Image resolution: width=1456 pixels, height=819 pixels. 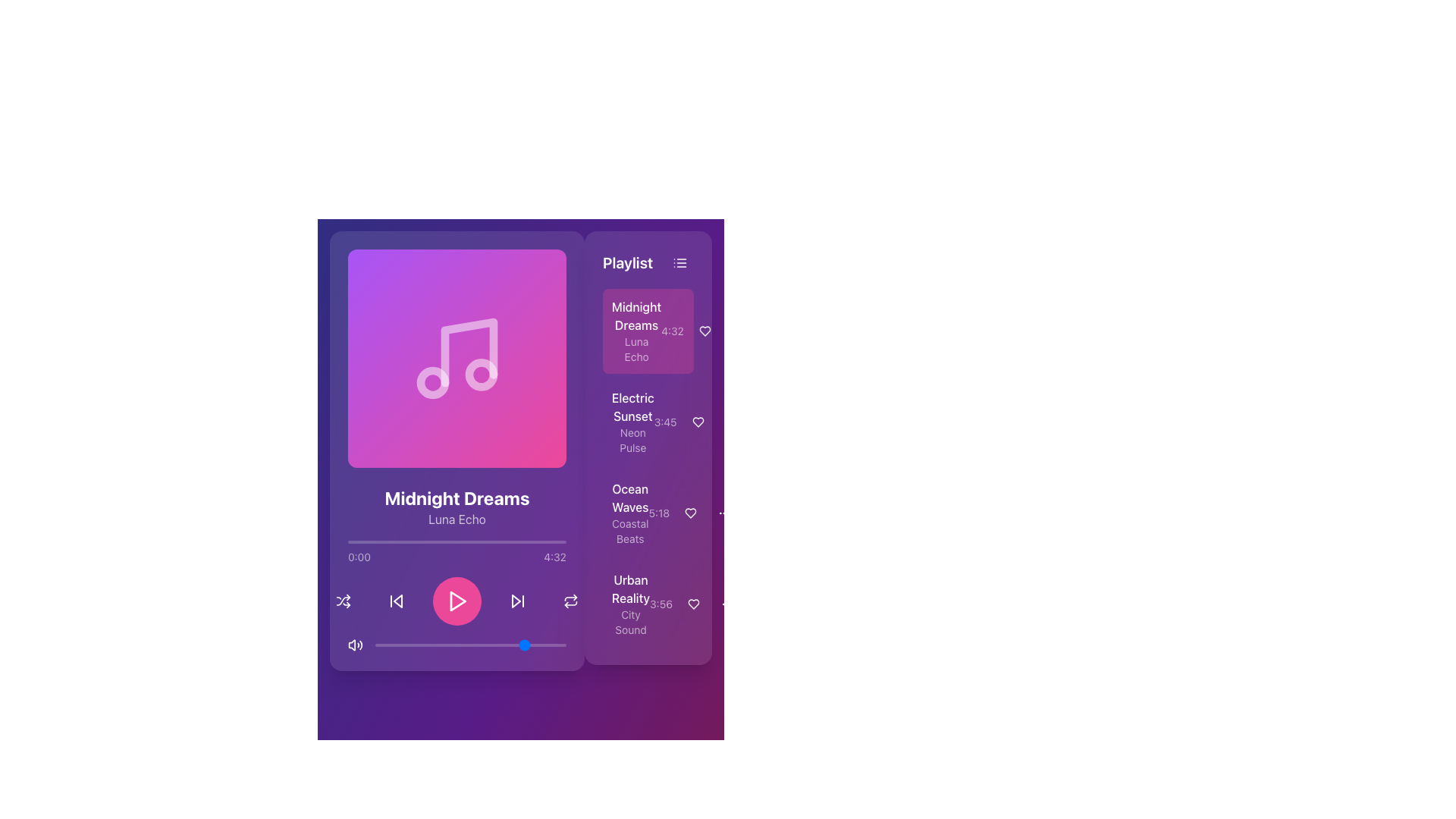 What do you see at coordinates (369, 541) in the screenshot?
I see `playback position` at bounding box center [369, 541].